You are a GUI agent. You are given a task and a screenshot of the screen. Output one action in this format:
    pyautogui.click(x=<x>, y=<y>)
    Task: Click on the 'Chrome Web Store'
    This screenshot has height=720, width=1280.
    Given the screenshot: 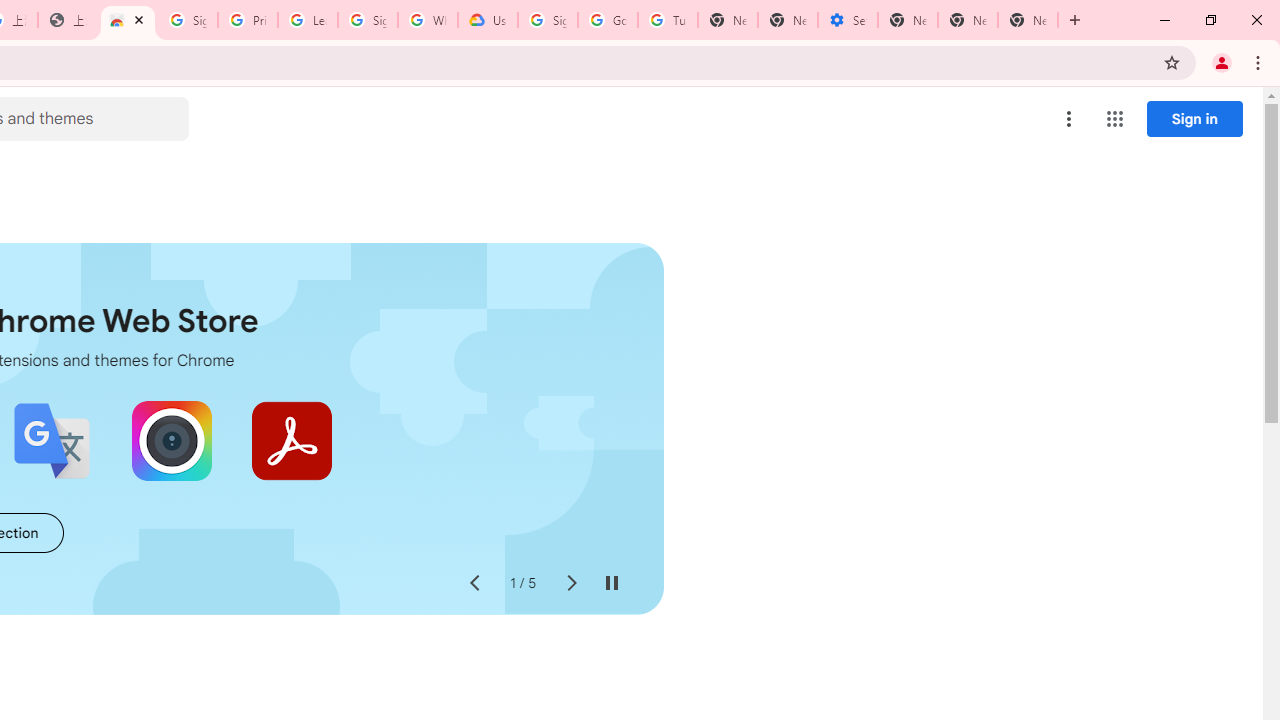 What is the action you would take?
    pyautogui.click(x=127, y=20)
    